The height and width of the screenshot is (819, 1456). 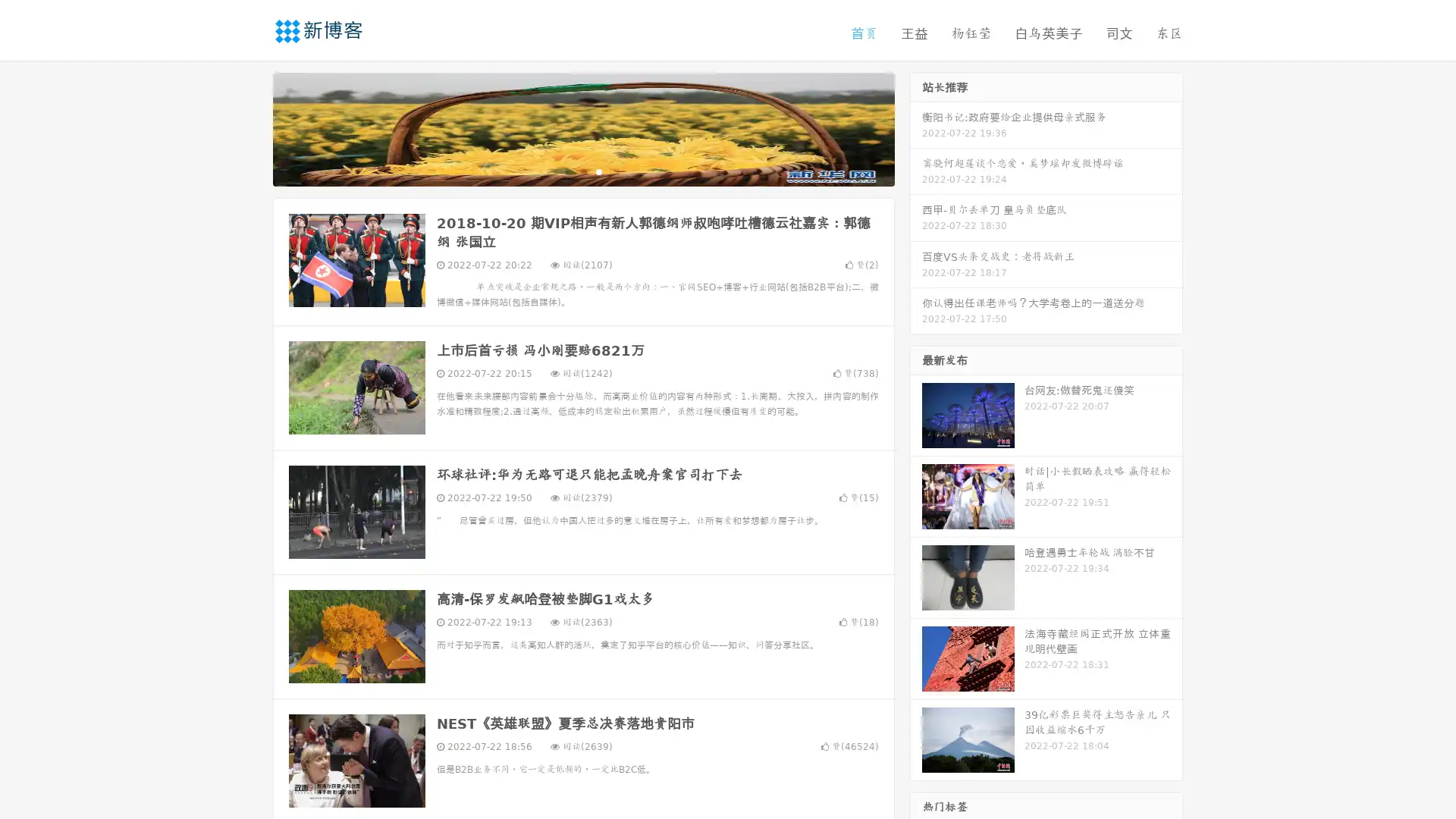 I want to click on Go to slide 2, so click(x=582, y=171).